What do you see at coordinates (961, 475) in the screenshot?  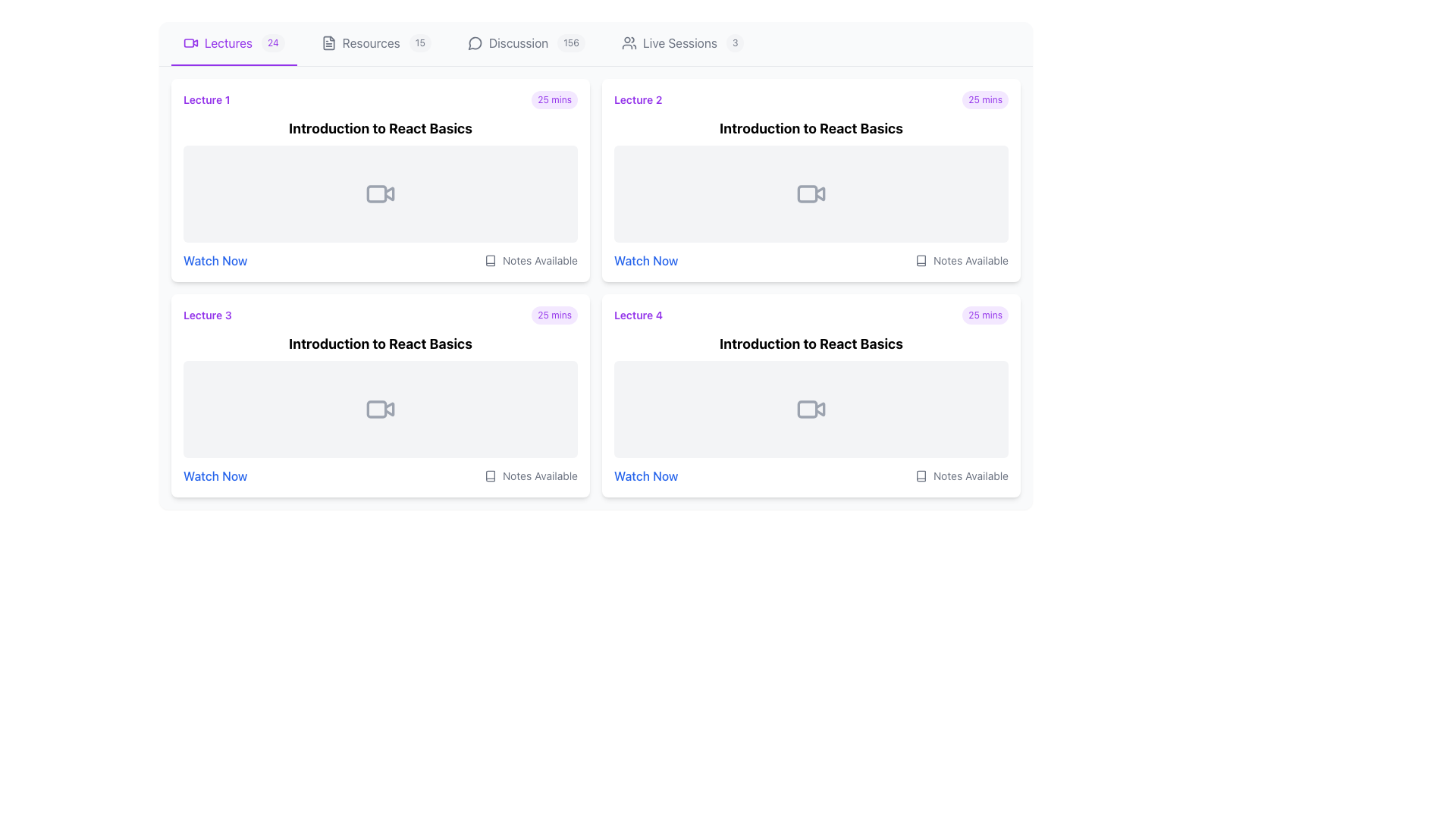 I see `label of the Labeled indicator with an icon and text, which indicates the availability of notes for the associated content, located in the bottom-right corner of the card beneath the 'Watch Now' link` at bounding box center [961, 475].